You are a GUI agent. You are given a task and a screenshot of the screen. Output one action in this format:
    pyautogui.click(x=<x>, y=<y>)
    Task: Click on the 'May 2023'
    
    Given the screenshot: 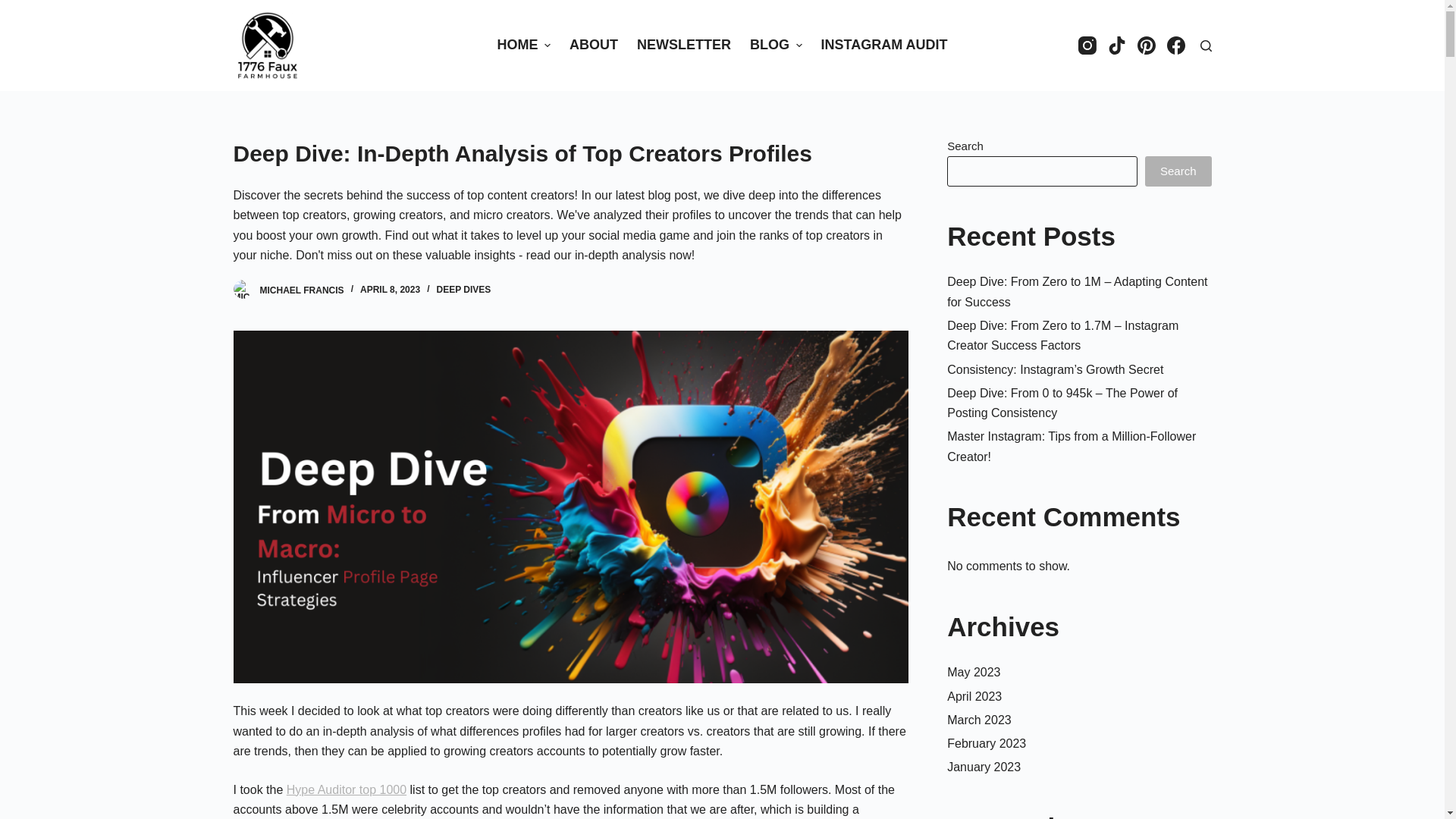 What is the action you would take?
    pyautogui.click(x=973, y=671)
    